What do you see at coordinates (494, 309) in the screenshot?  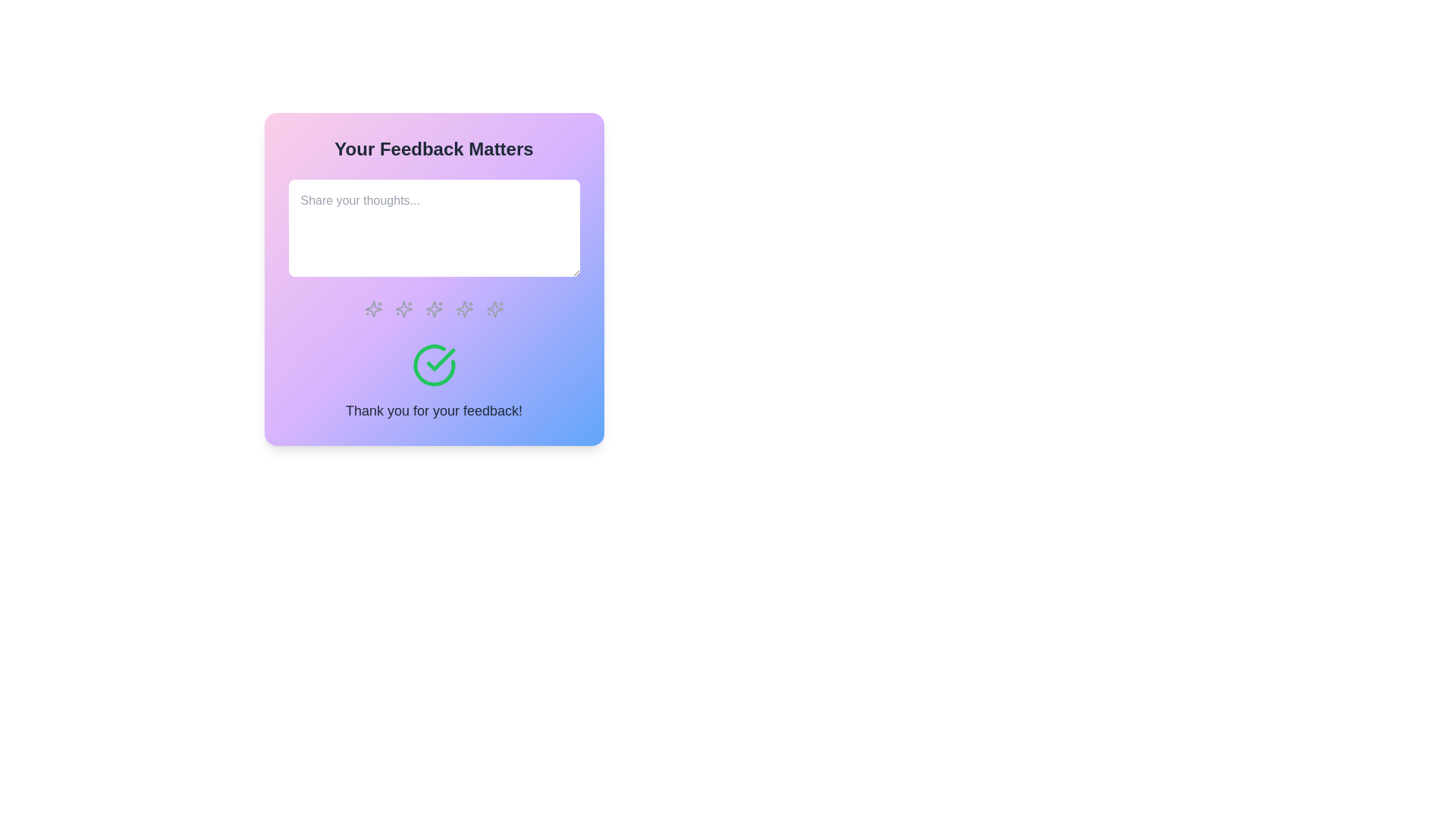 I see `the fifth star icon in the rating system located below the text input field in the feedback form` at bounding box center [494, 309].